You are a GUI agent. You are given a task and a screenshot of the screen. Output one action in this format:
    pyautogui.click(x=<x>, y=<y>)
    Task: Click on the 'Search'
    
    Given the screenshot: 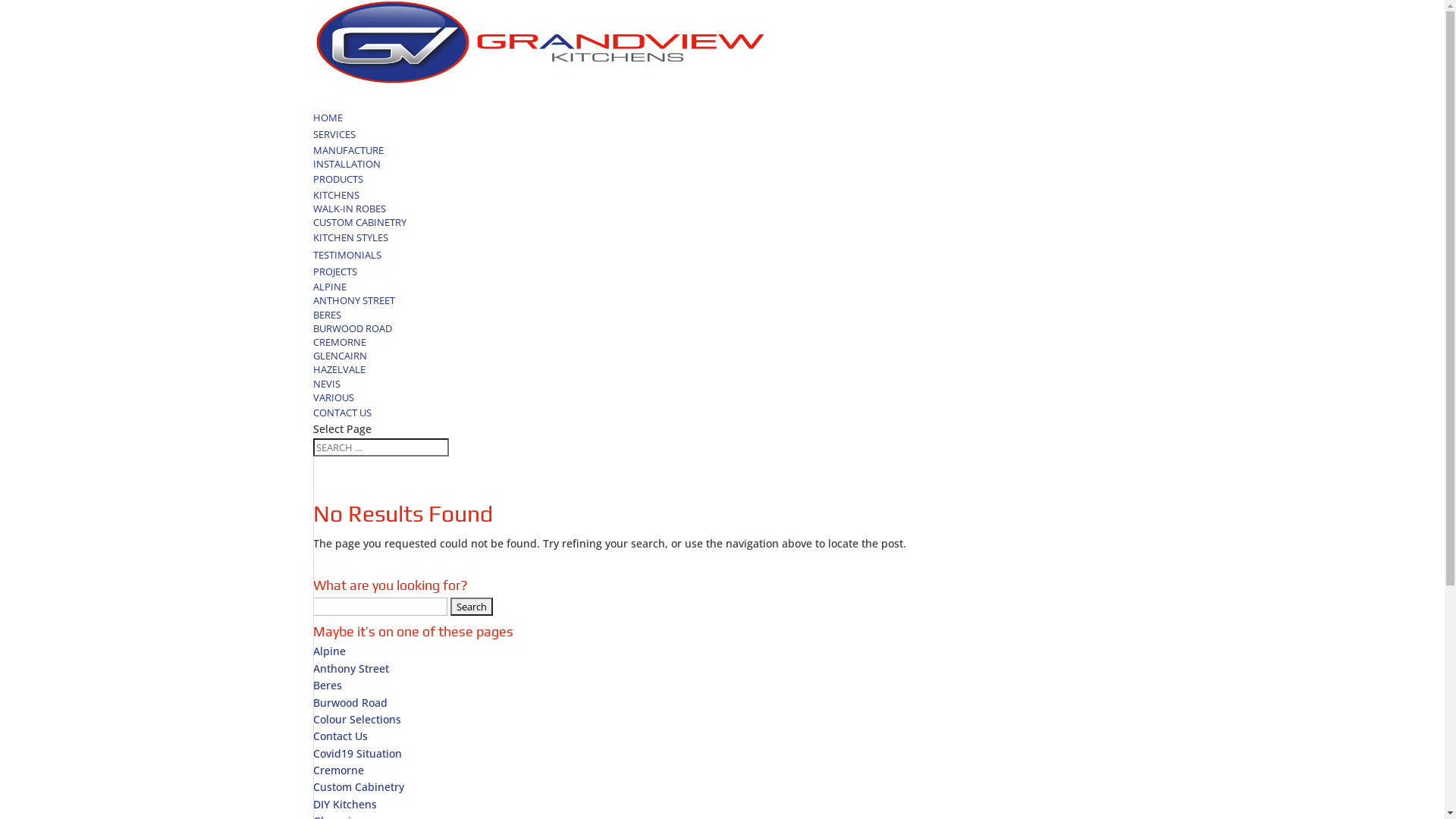 What is the action you would take?
    pyautogui.click(x=450, y=605)
    